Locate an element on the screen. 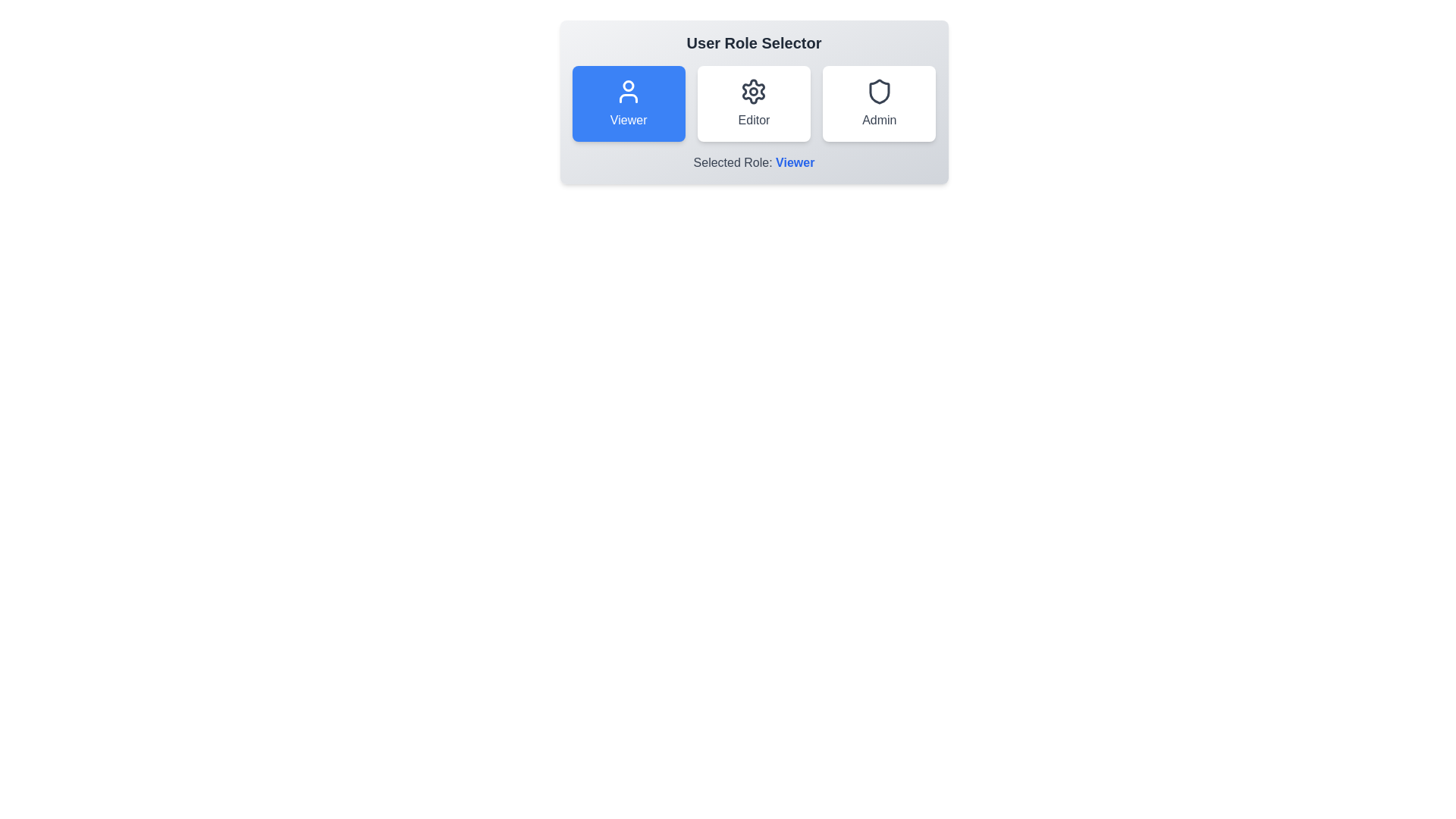  the icon for the Viewer role is located at coordinates (629, 91).